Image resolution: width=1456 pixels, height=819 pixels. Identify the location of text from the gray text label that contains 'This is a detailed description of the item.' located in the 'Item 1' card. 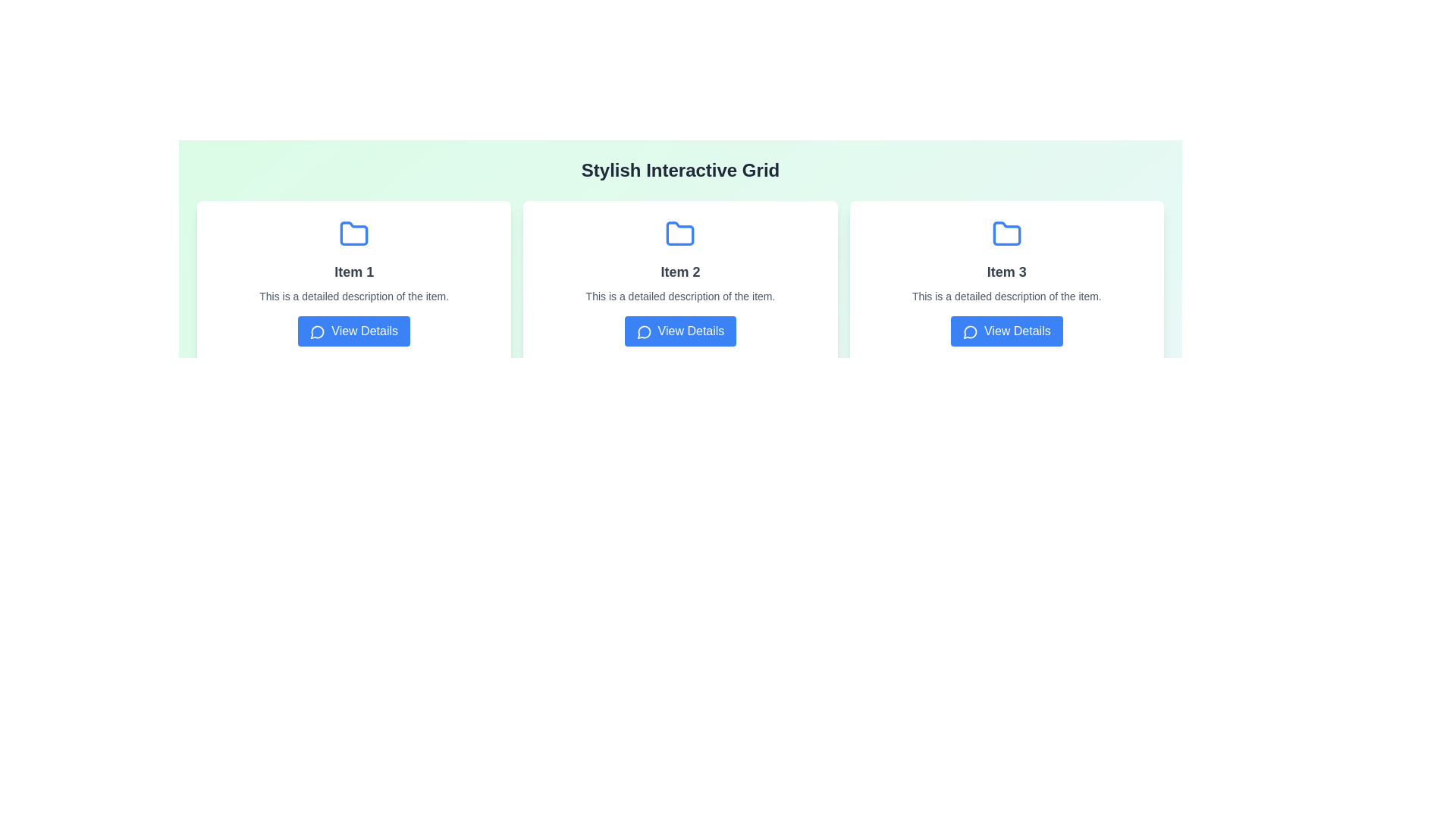
(353, 296).